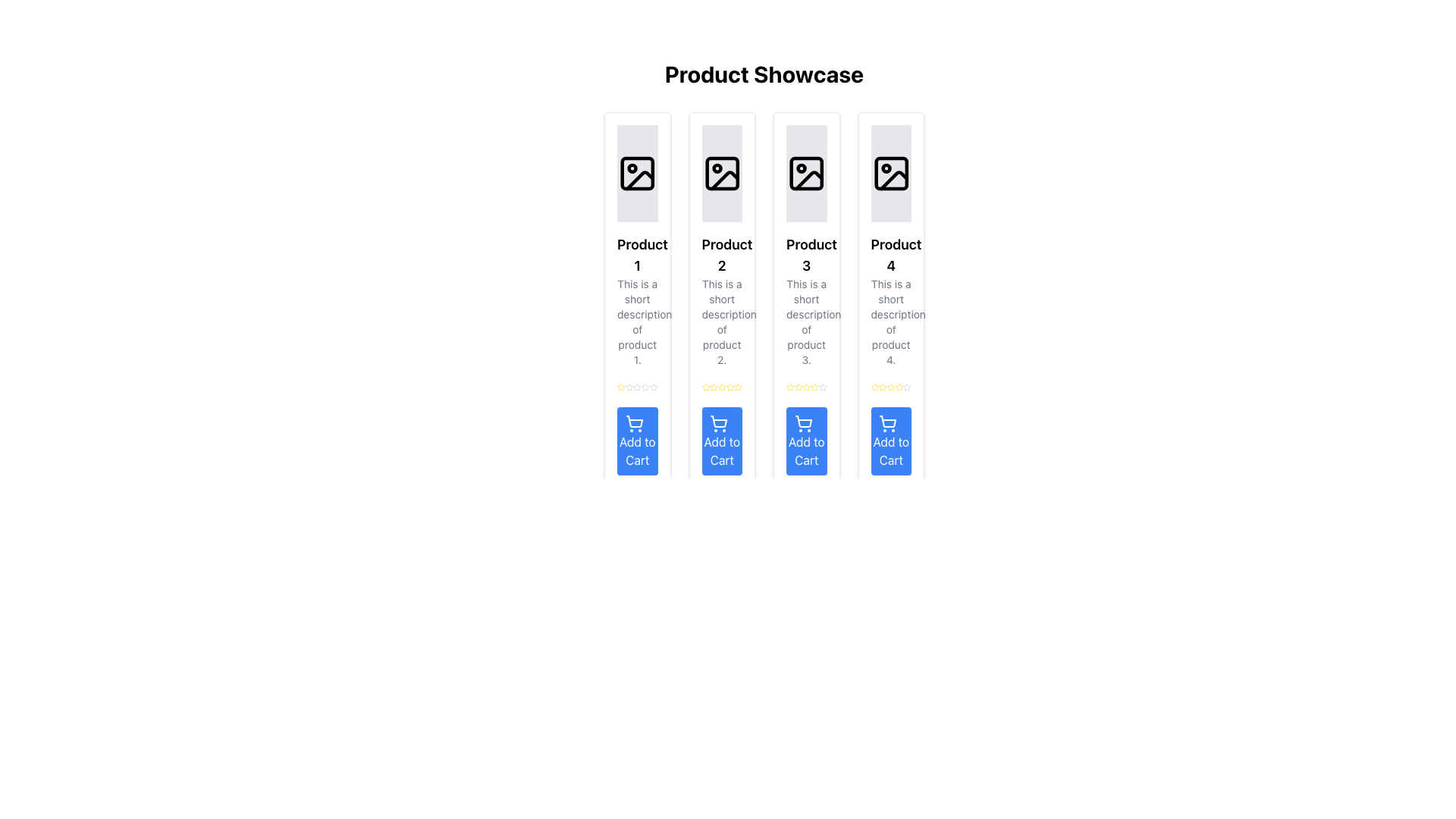 This screenshot has width=1456, height=819. Describe the element at coordinates (805, 386) in the screenshot. I see `the fourth yellow star rating icon under Product 3 to rate it` at that location.